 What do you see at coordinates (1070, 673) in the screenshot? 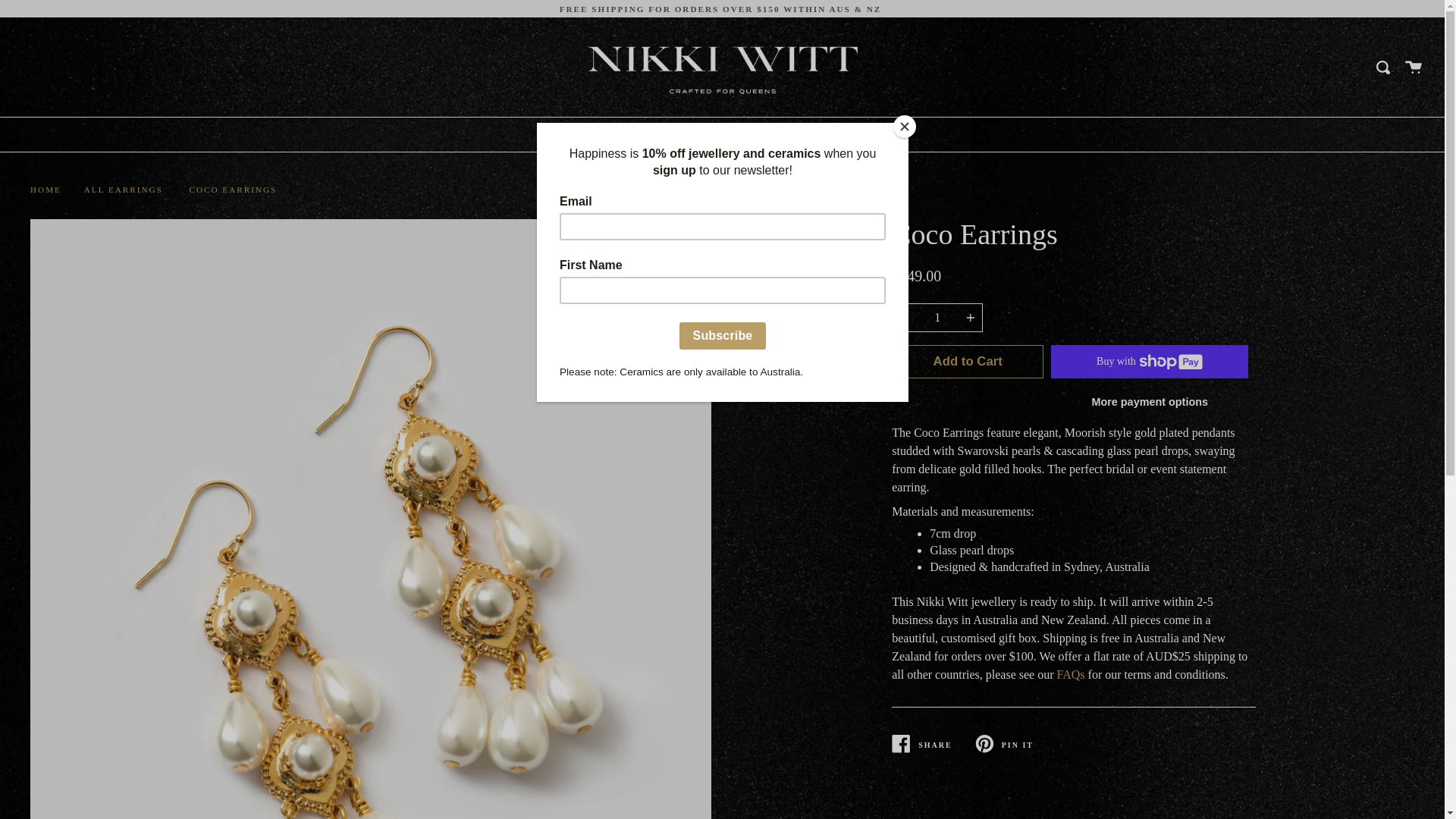
I see `'FAQs'` at bounding box center [1070, 673].